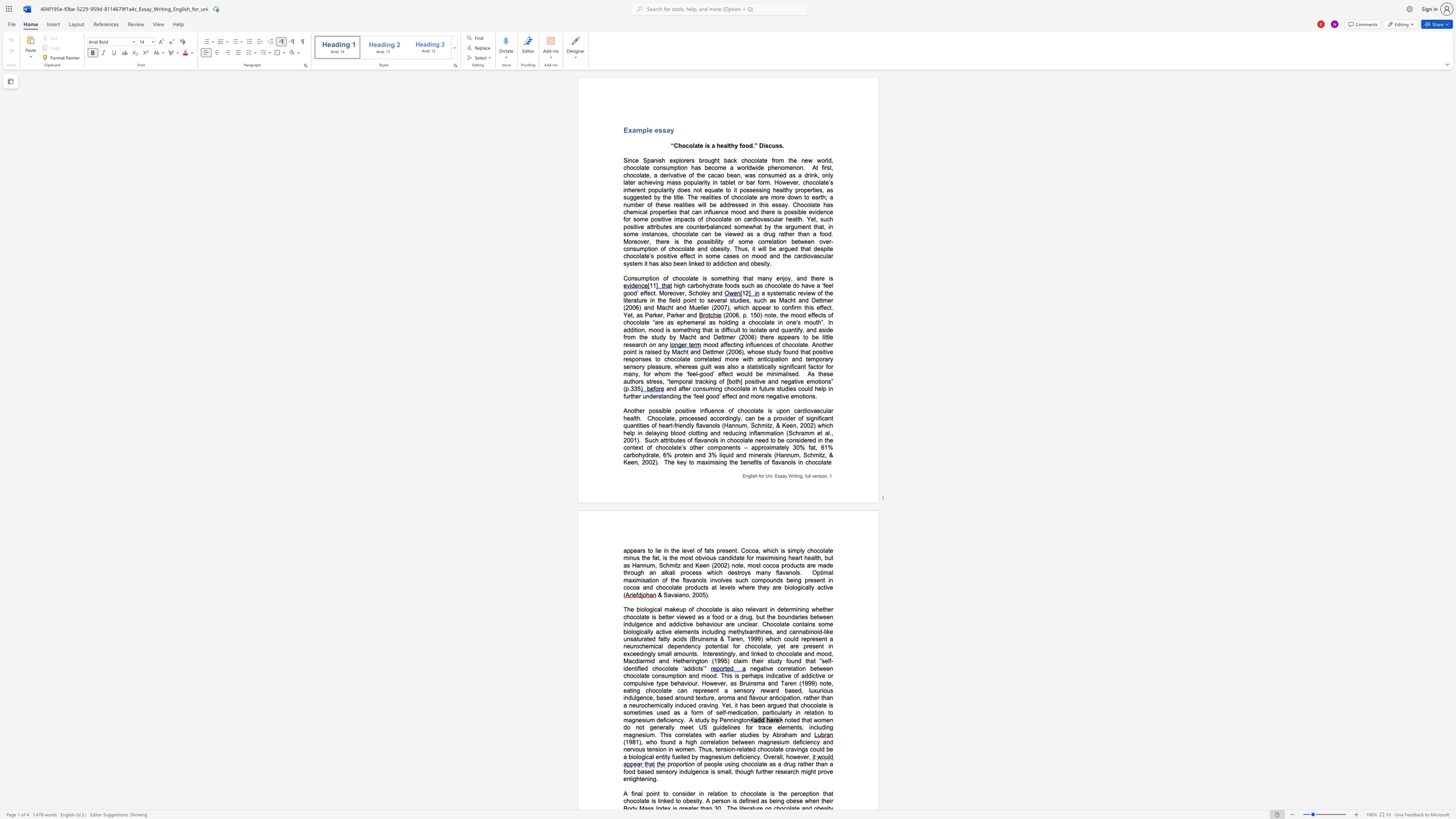 This screenshot has height=819, width=1456. I want to click on the subset text "oral tracking of [both] positive and negative e" within the text "As these authors stress, “temporal tracking of [both] positive and negative emotions” (p.335", so click(682, 381).